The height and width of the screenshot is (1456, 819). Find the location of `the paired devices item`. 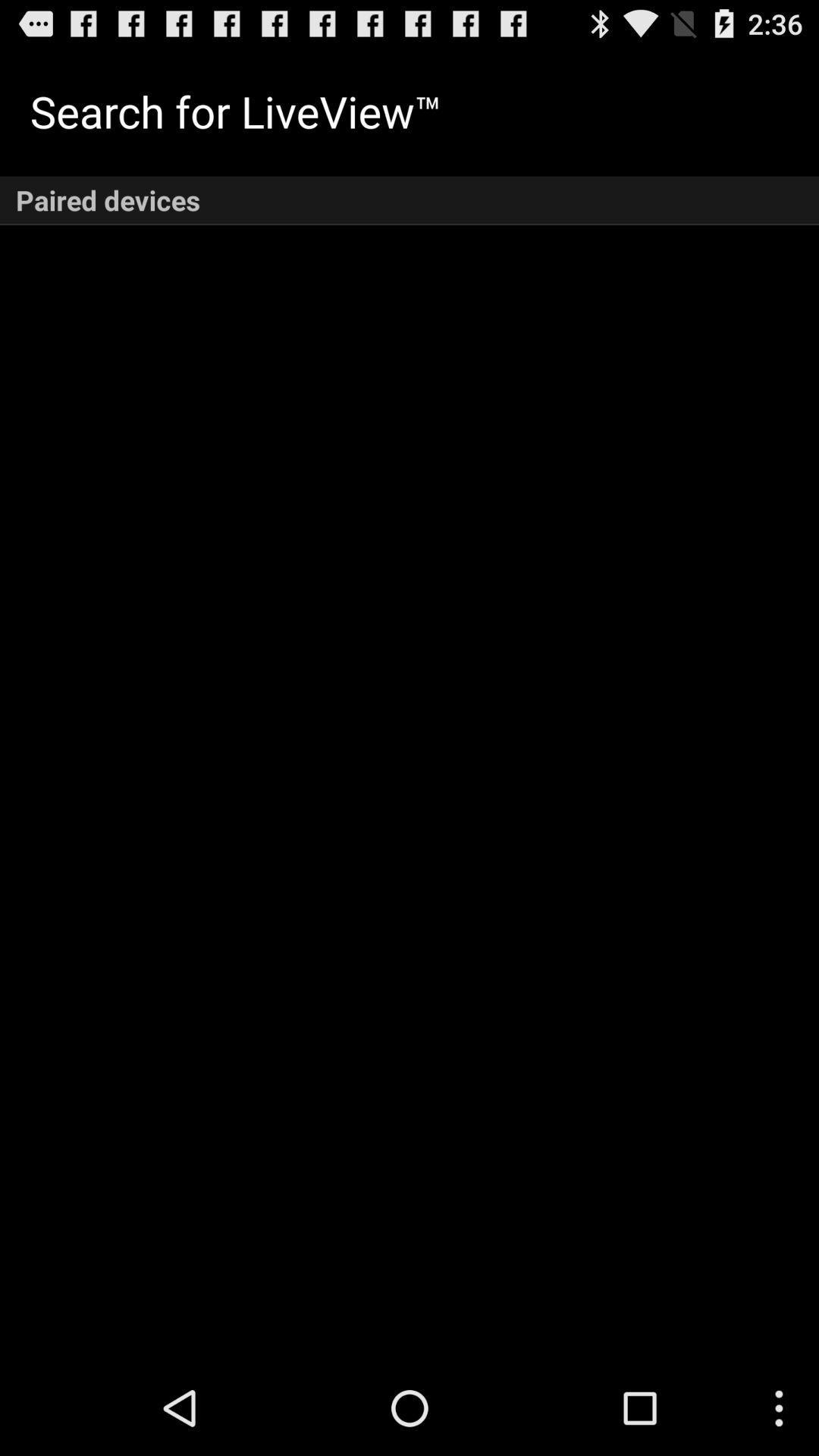

the paired devices item is located at coordinates (409, 199).